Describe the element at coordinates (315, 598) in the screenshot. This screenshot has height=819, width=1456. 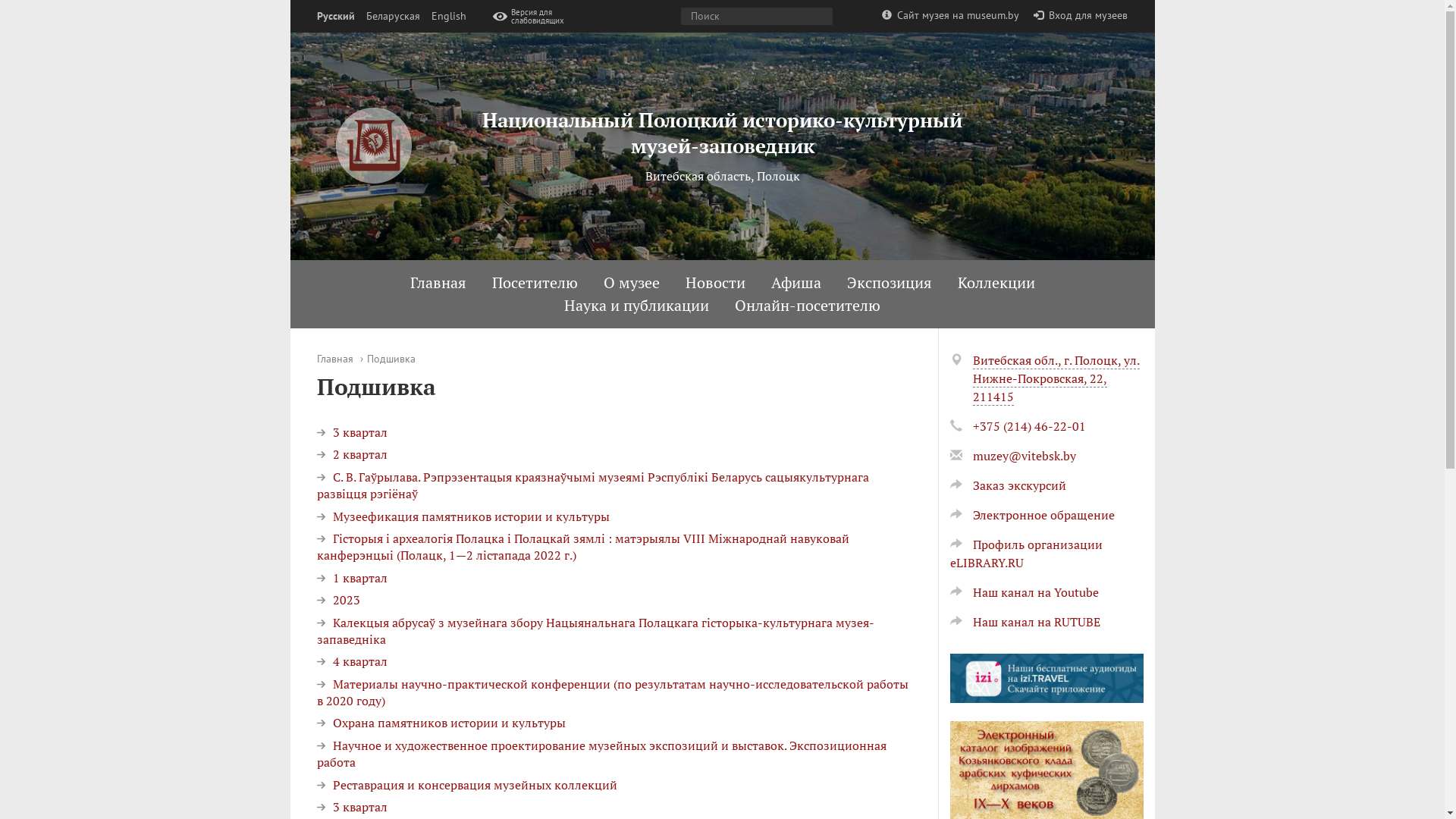
I see `'2023'` at that location.